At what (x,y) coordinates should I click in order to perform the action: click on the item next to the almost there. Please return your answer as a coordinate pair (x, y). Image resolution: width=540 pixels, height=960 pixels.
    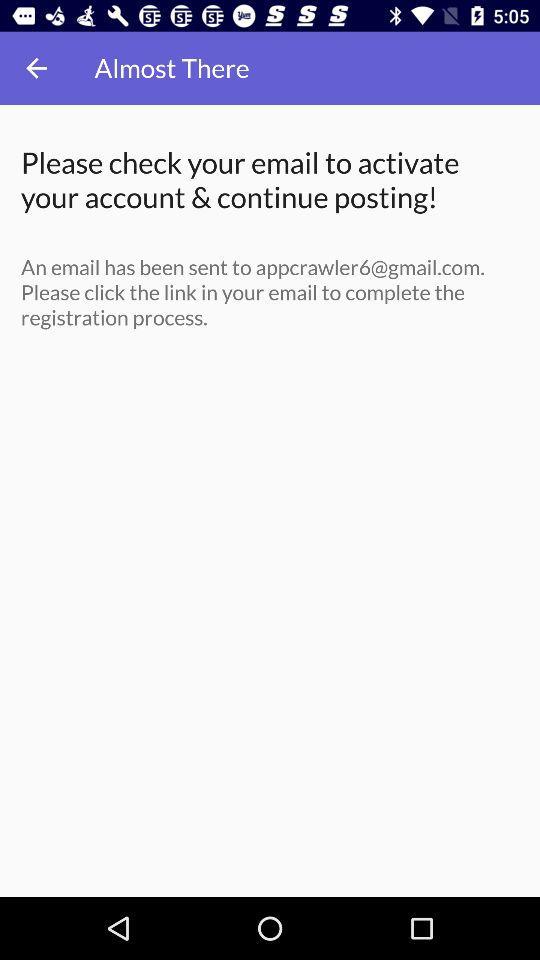
    Looking at the image, I should click on (36, 68).